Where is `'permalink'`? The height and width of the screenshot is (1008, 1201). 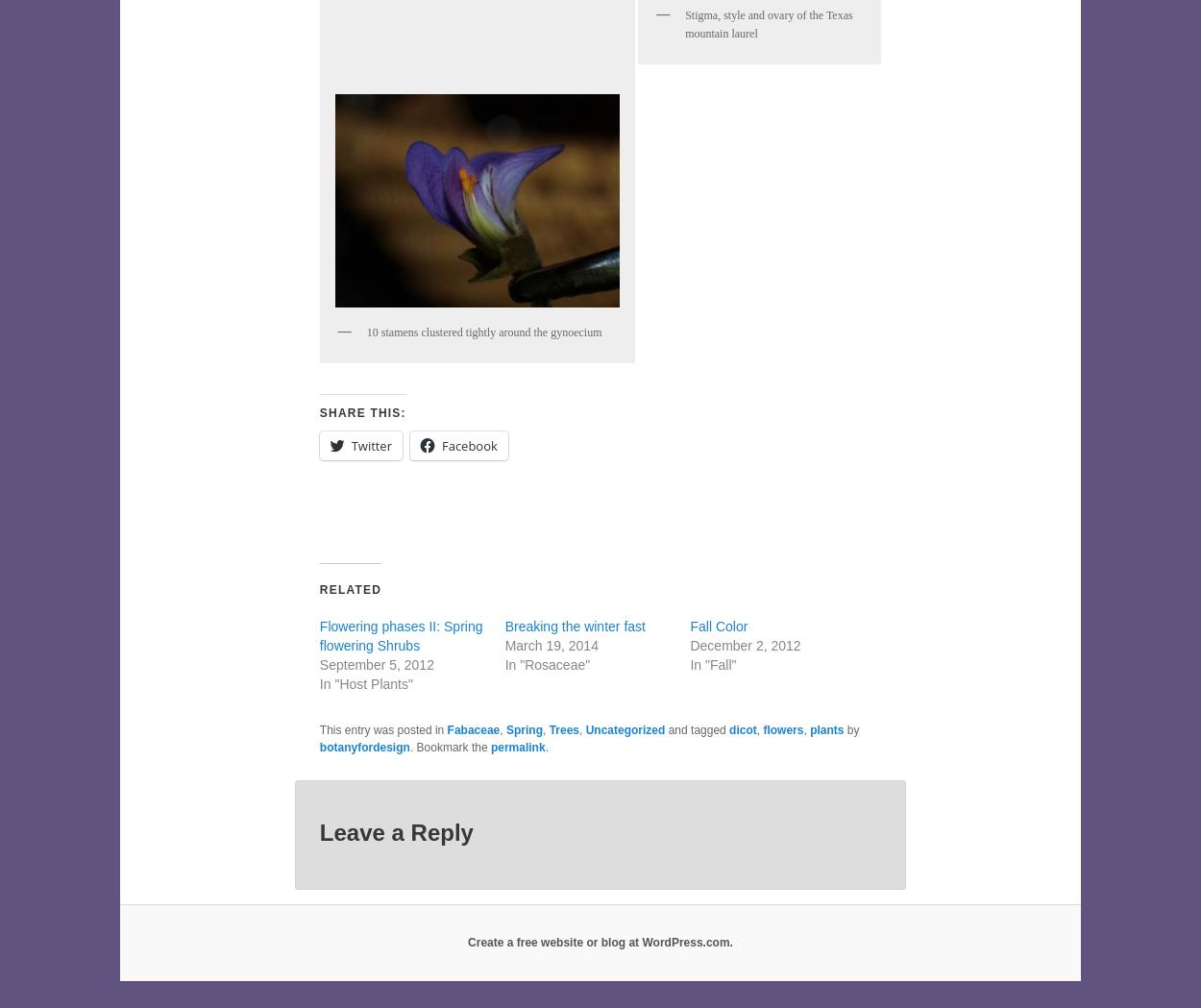
'permalink' is located at coordinates (517, 748).